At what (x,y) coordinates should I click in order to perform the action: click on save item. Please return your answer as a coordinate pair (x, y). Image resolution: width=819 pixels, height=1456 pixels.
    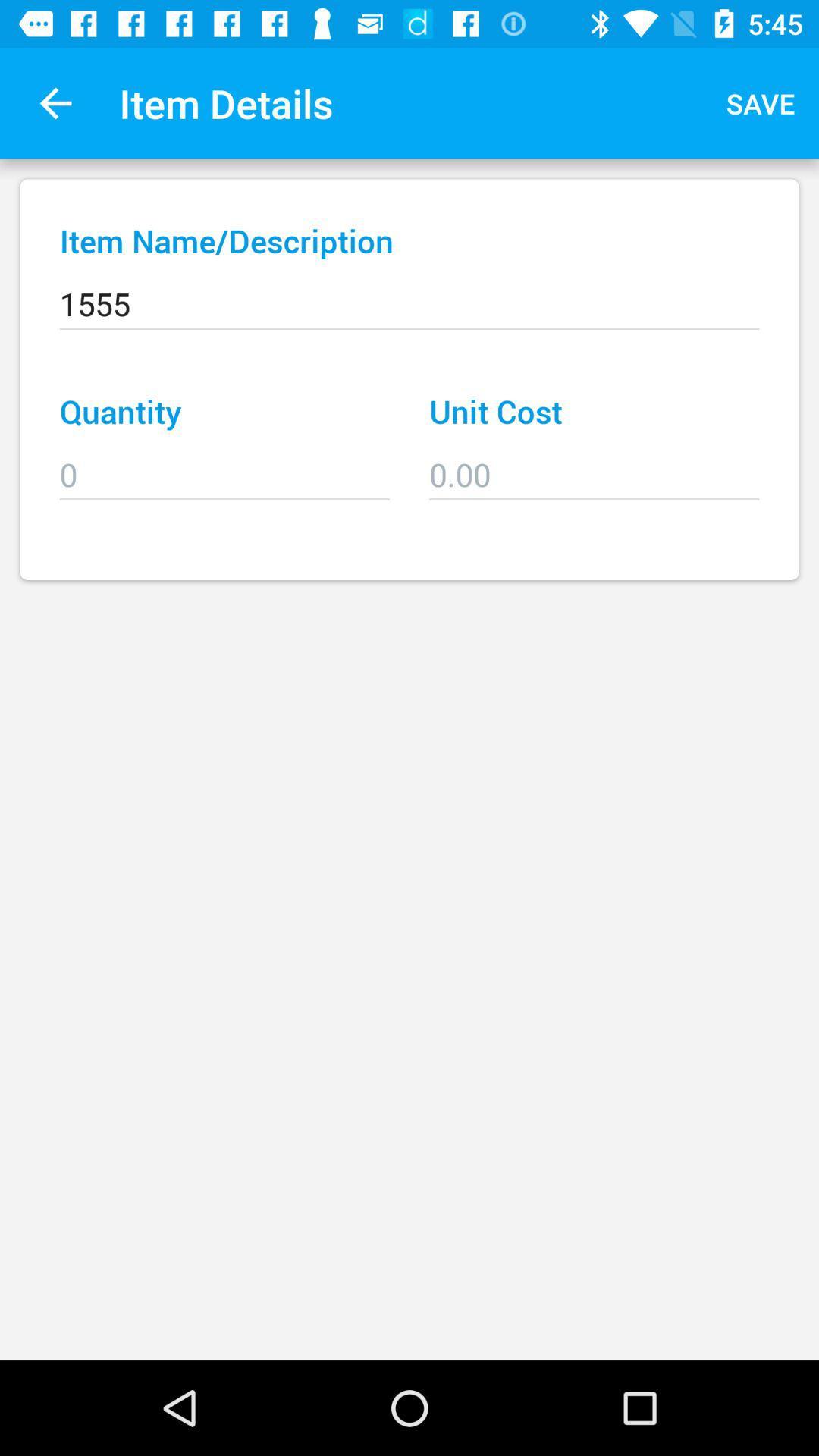
    Looking at the image, I should click on (761, 102).